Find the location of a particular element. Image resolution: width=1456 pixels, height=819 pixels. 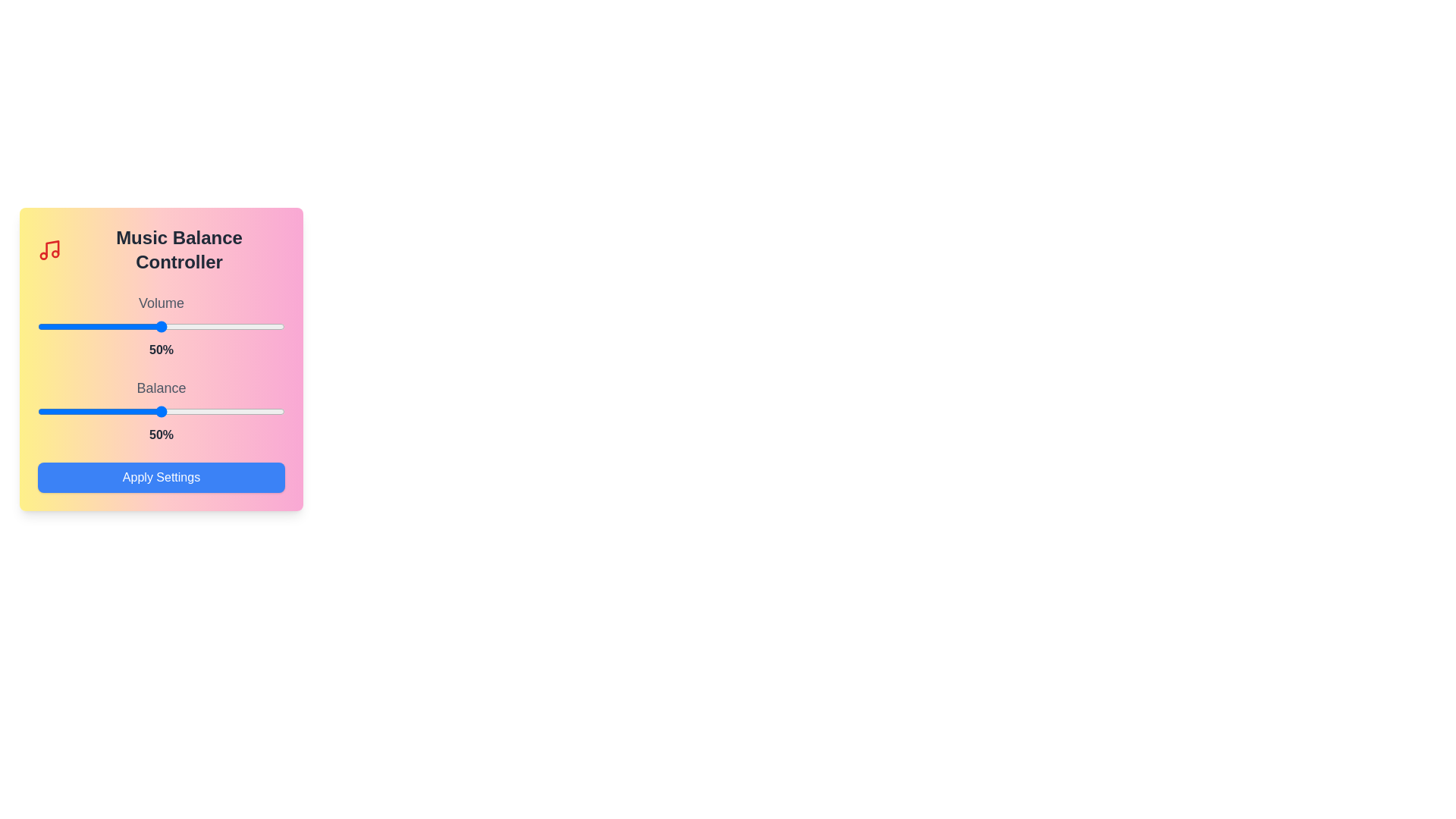

the balance slider to 92% is located at coordinates (265, 412).